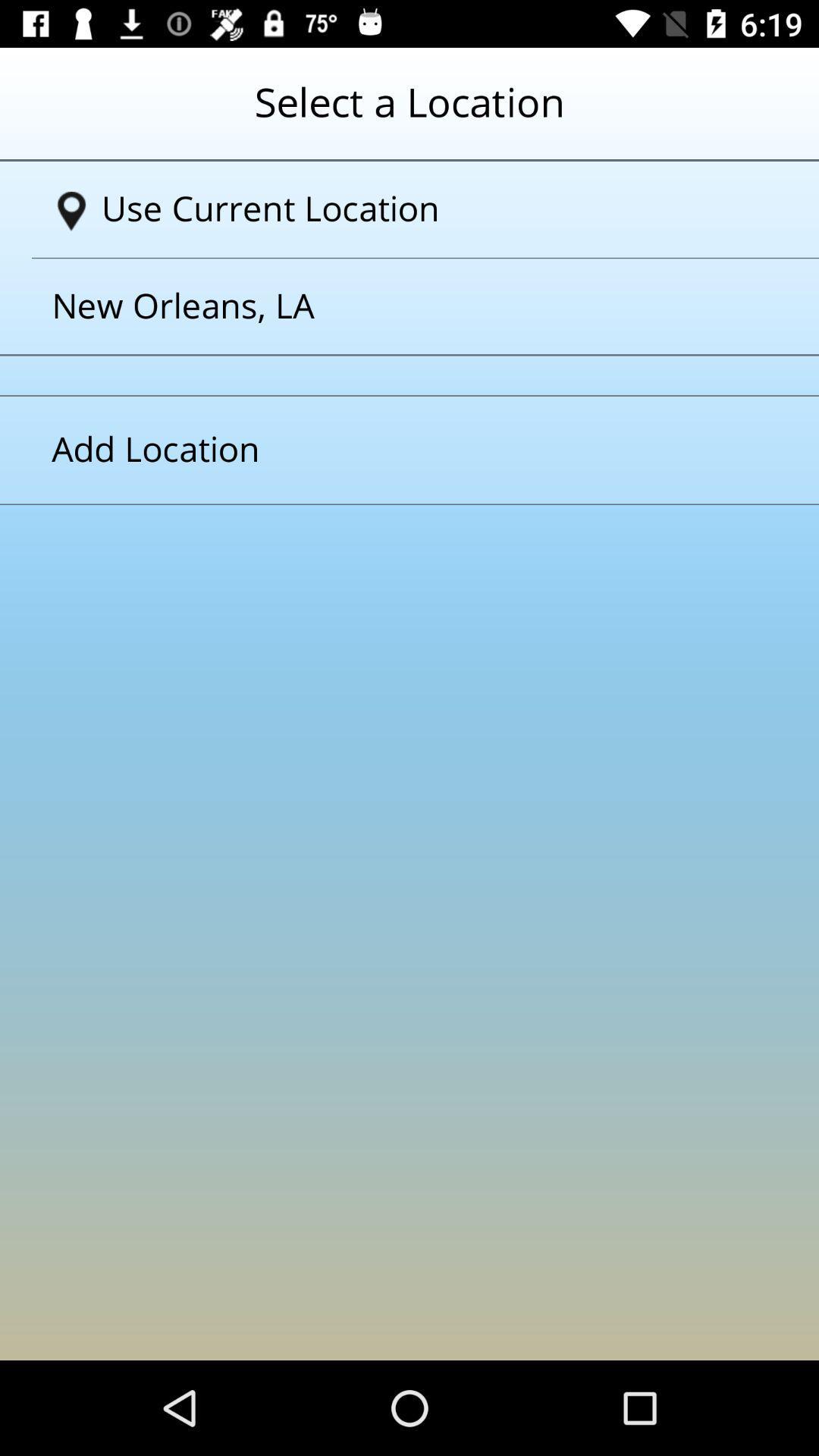  Describe the element at coordinates (390, 306) in the screenshot. I see `new orleans la which is above the add location` at that location.